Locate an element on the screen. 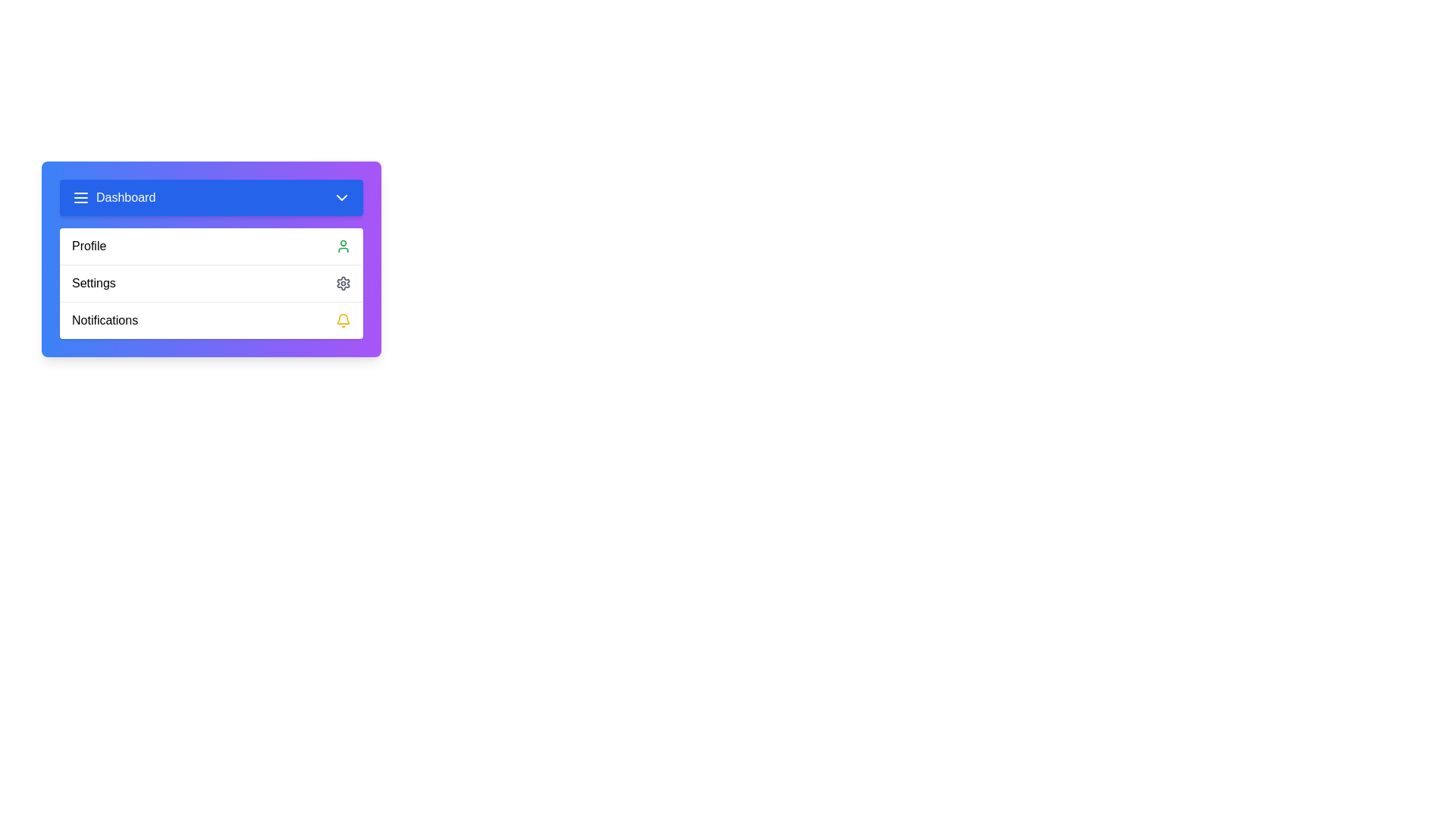 The image size is (1456, 819). the menu item Notifications is located at coordinates (210, 318).